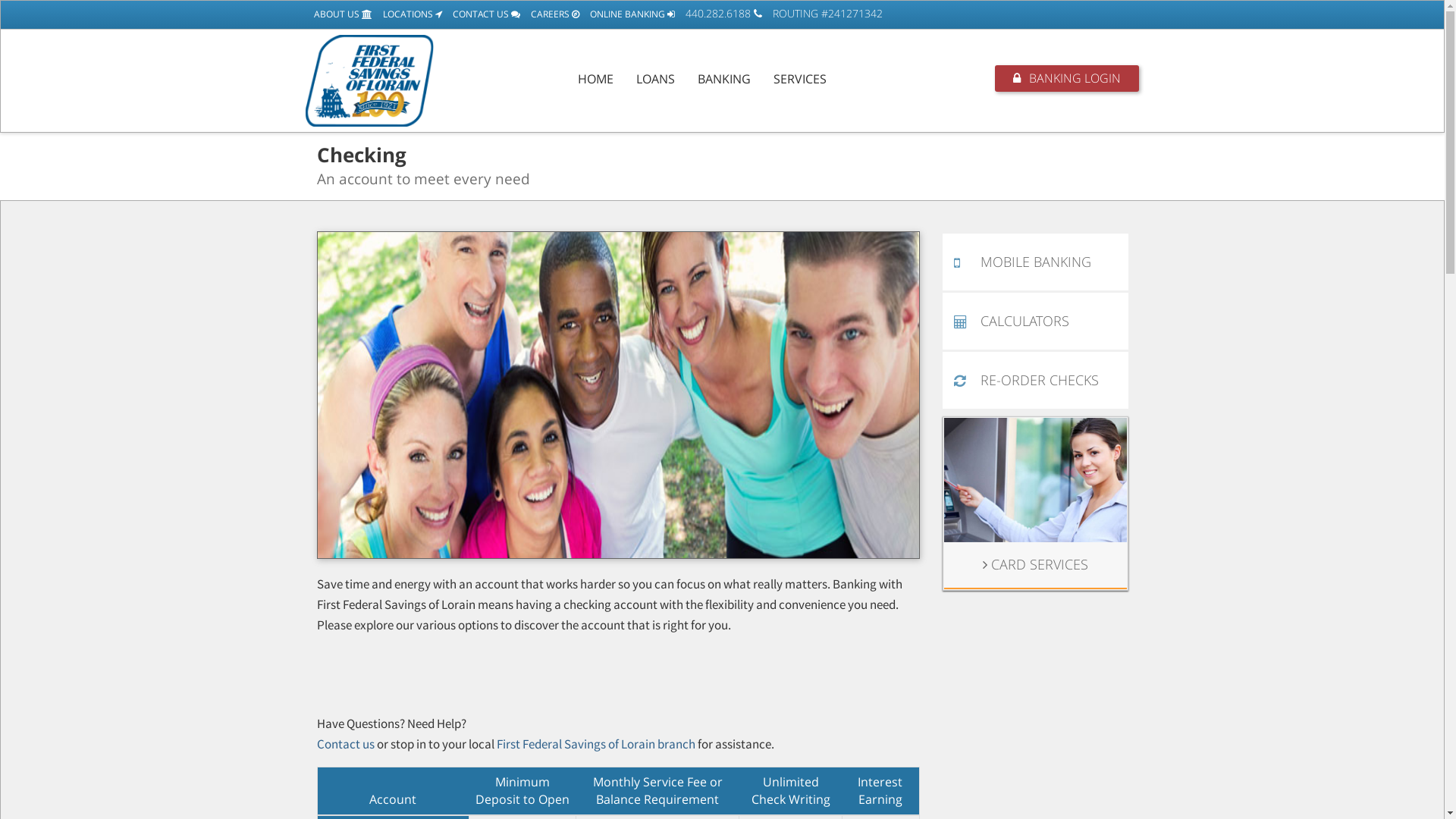 The height and width of the screenshot is (819, 1456). What do you see at coordinates (549, 14) in the screenshot?
I see `'CAREERS'` at bounding box center [549, 14].